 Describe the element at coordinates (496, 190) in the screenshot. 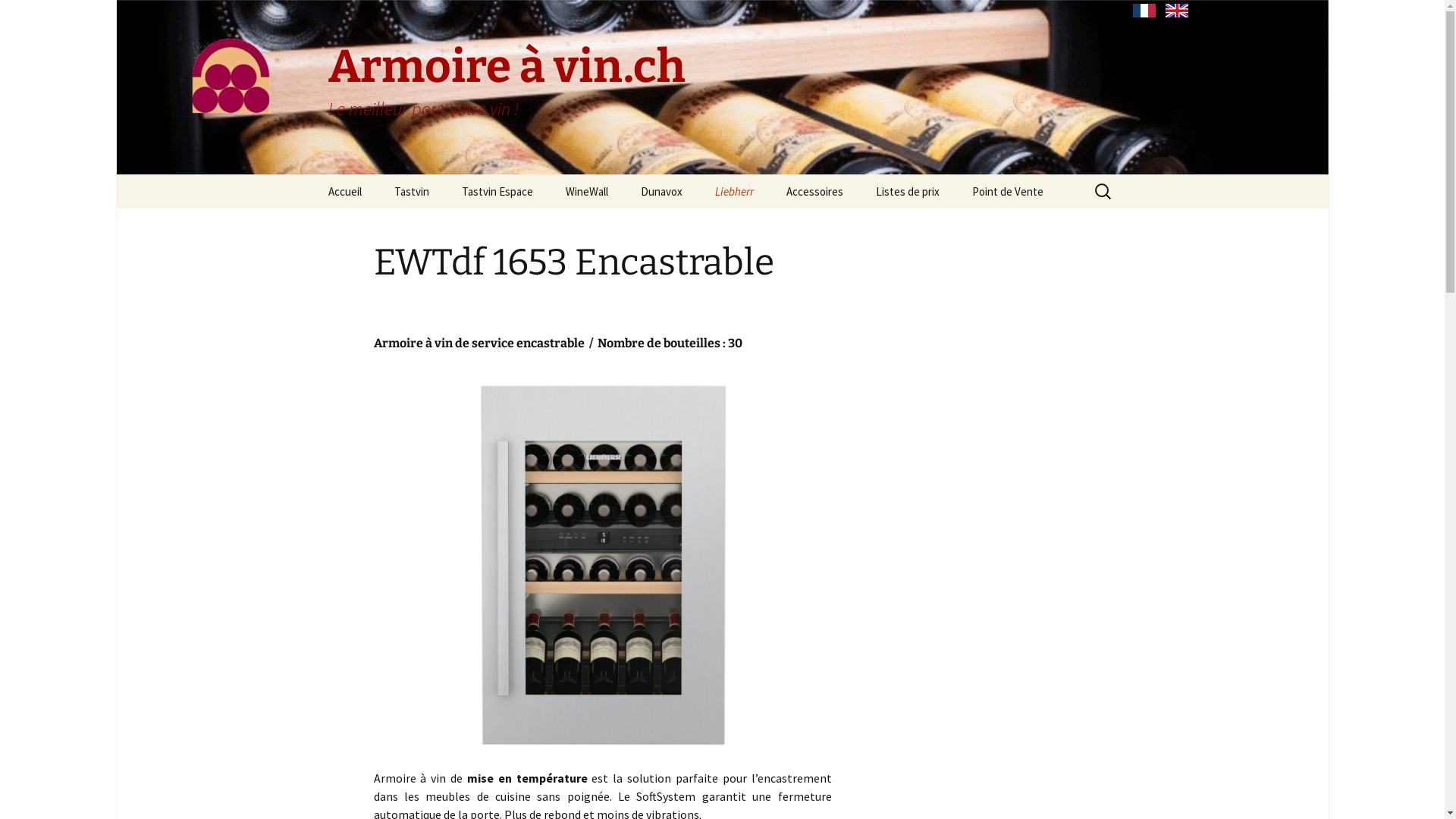

I see `'Tastvin Espace'` at that location.